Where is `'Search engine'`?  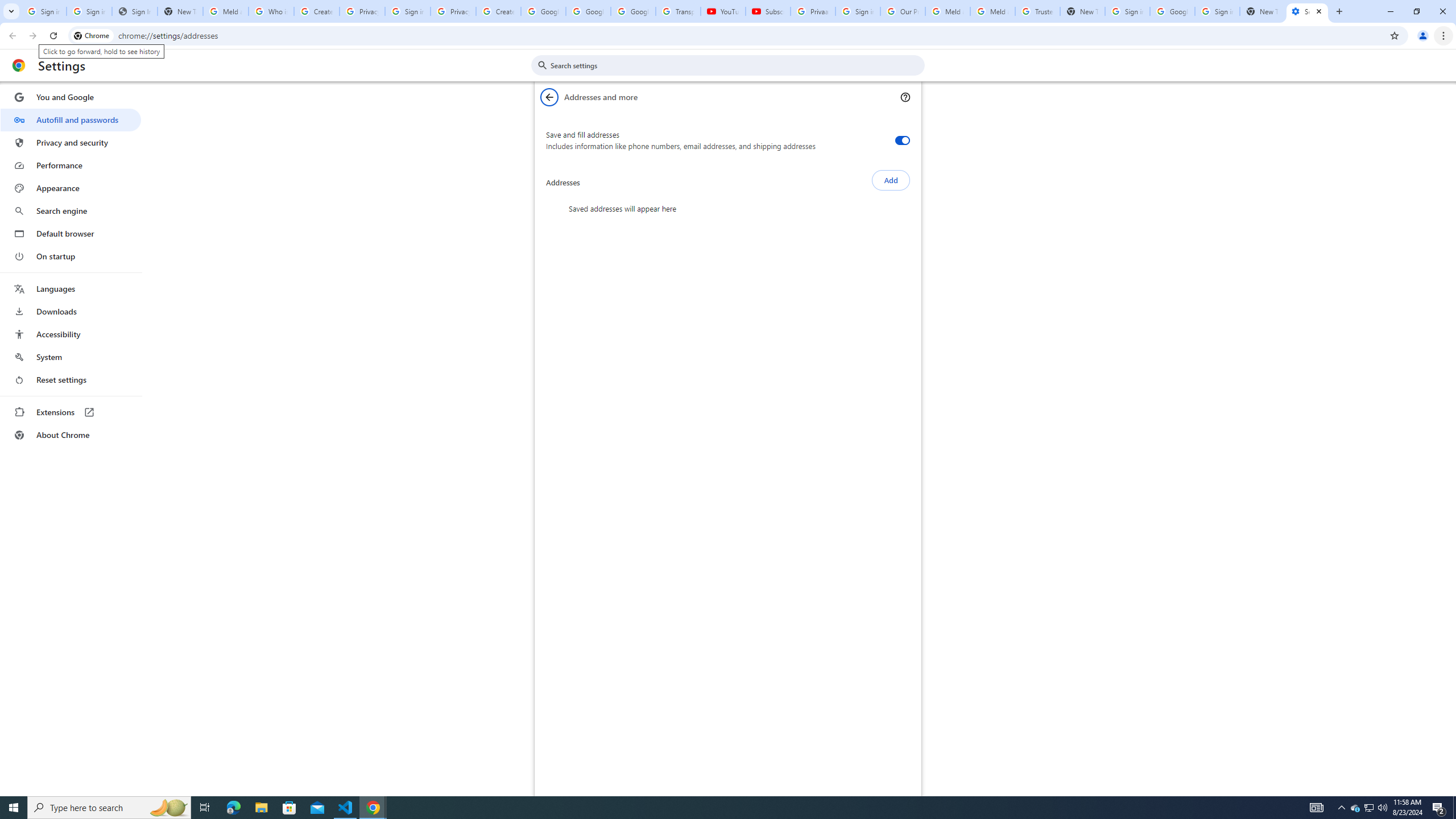 'Search engine' is located at coordinates (70, 211).